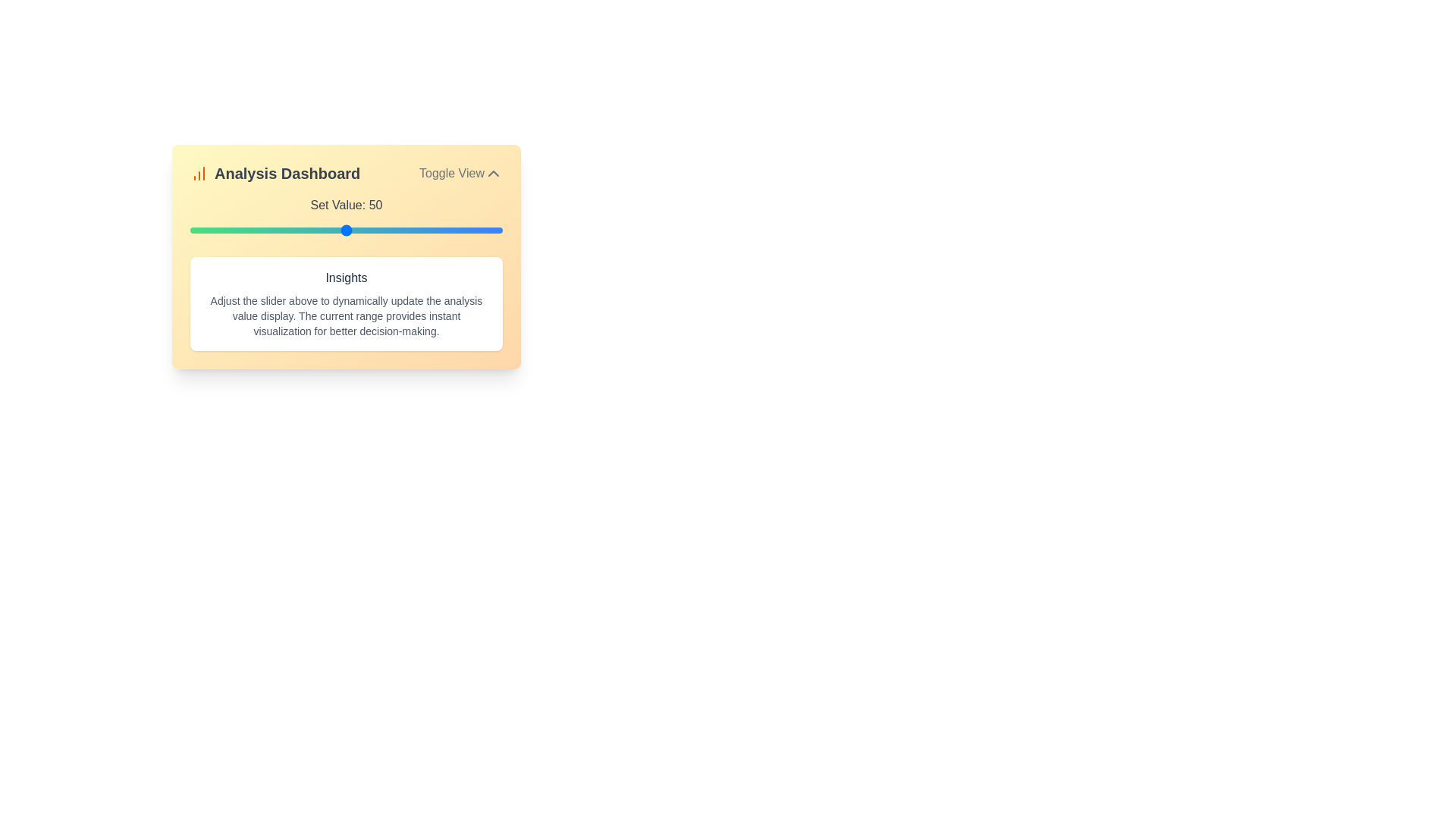  Describe the element at coordinates (345, 231) in the screenshot. I see `the slider to set the value to 50` at that location.